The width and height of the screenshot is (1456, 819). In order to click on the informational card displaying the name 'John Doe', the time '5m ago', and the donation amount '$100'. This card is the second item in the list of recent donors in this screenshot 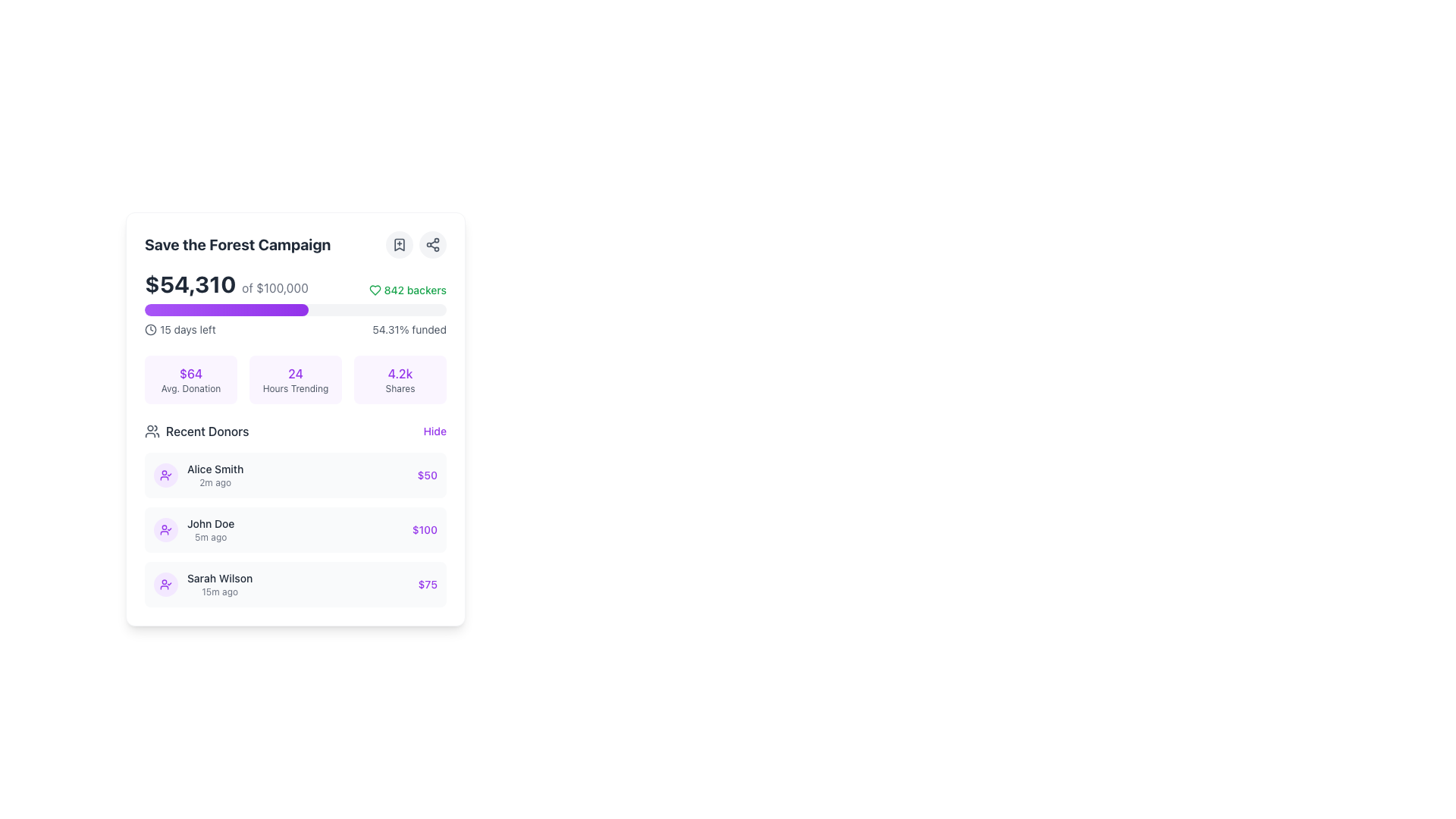, I will do `click(295, 529)`.